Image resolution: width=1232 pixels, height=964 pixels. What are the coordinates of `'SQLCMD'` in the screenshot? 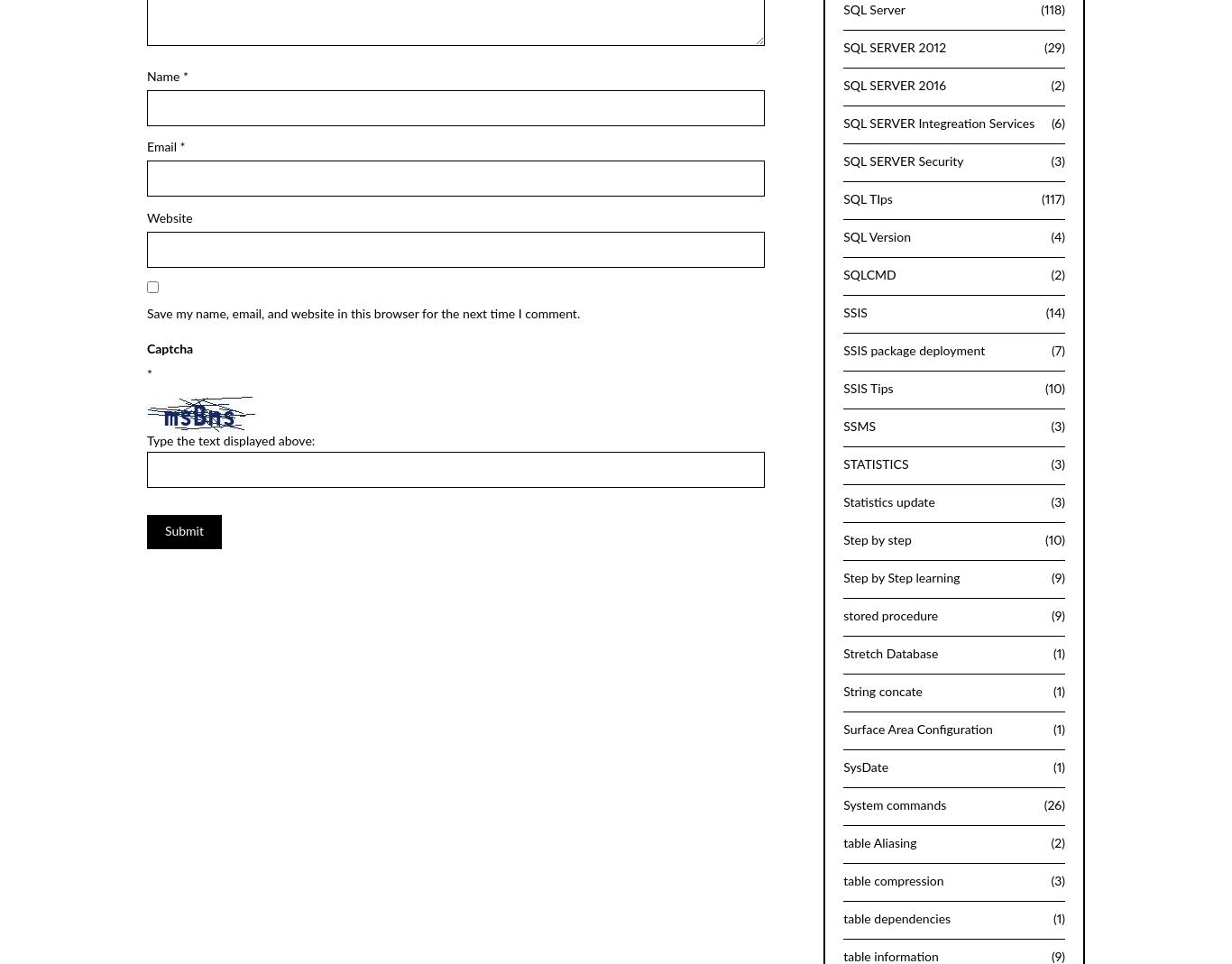 It's located at (869, 273).